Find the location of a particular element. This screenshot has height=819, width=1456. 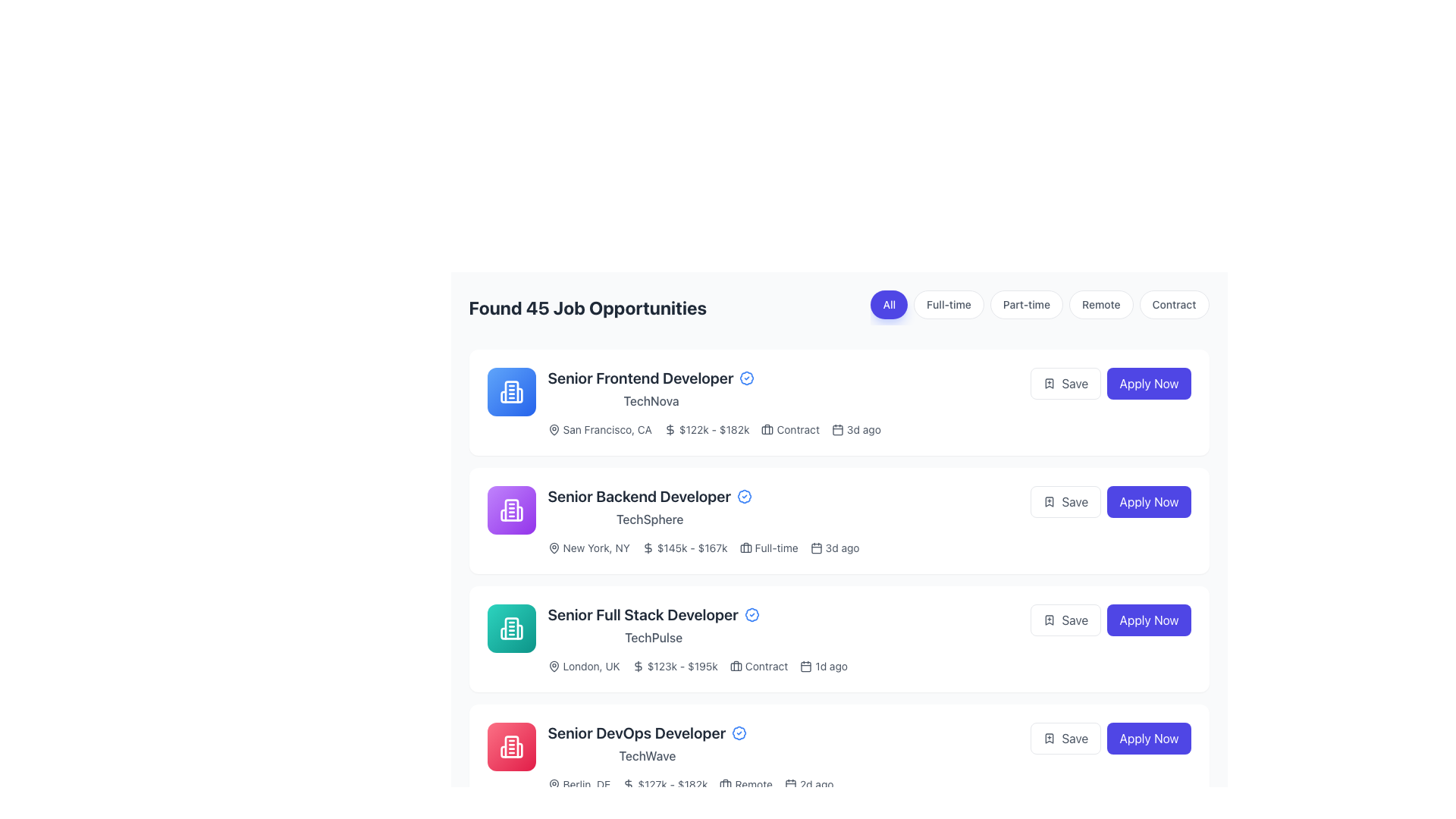

the 'Save' button on the job opportunity card located at the last position of the vertical list of job cards is located at coordinates (869, 758).